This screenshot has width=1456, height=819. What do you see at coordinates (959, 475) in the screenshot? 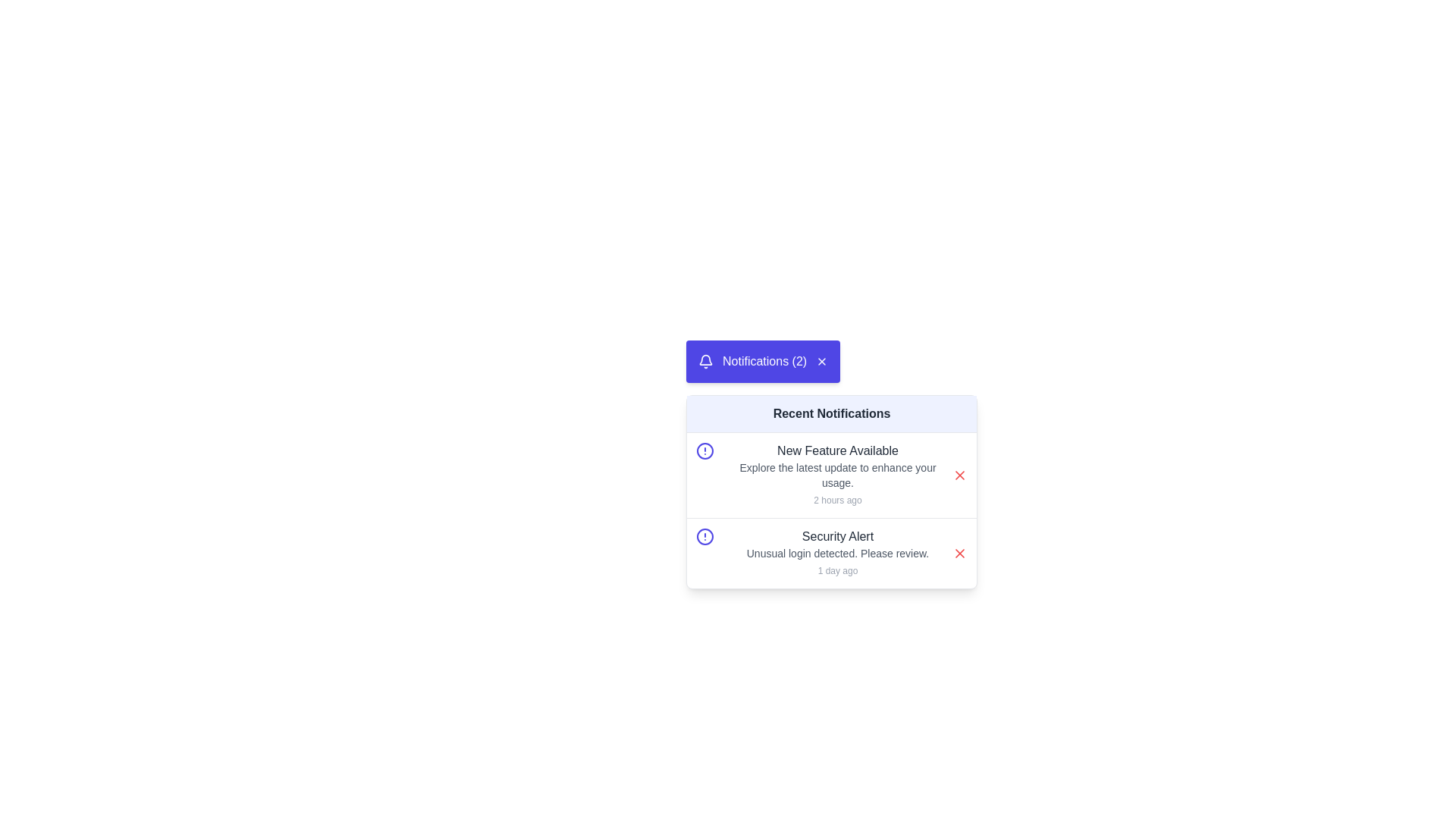
I see `the close button located at the far-right side of the notification card titled 'New Feature Available'` at bounding box center [959, 475].